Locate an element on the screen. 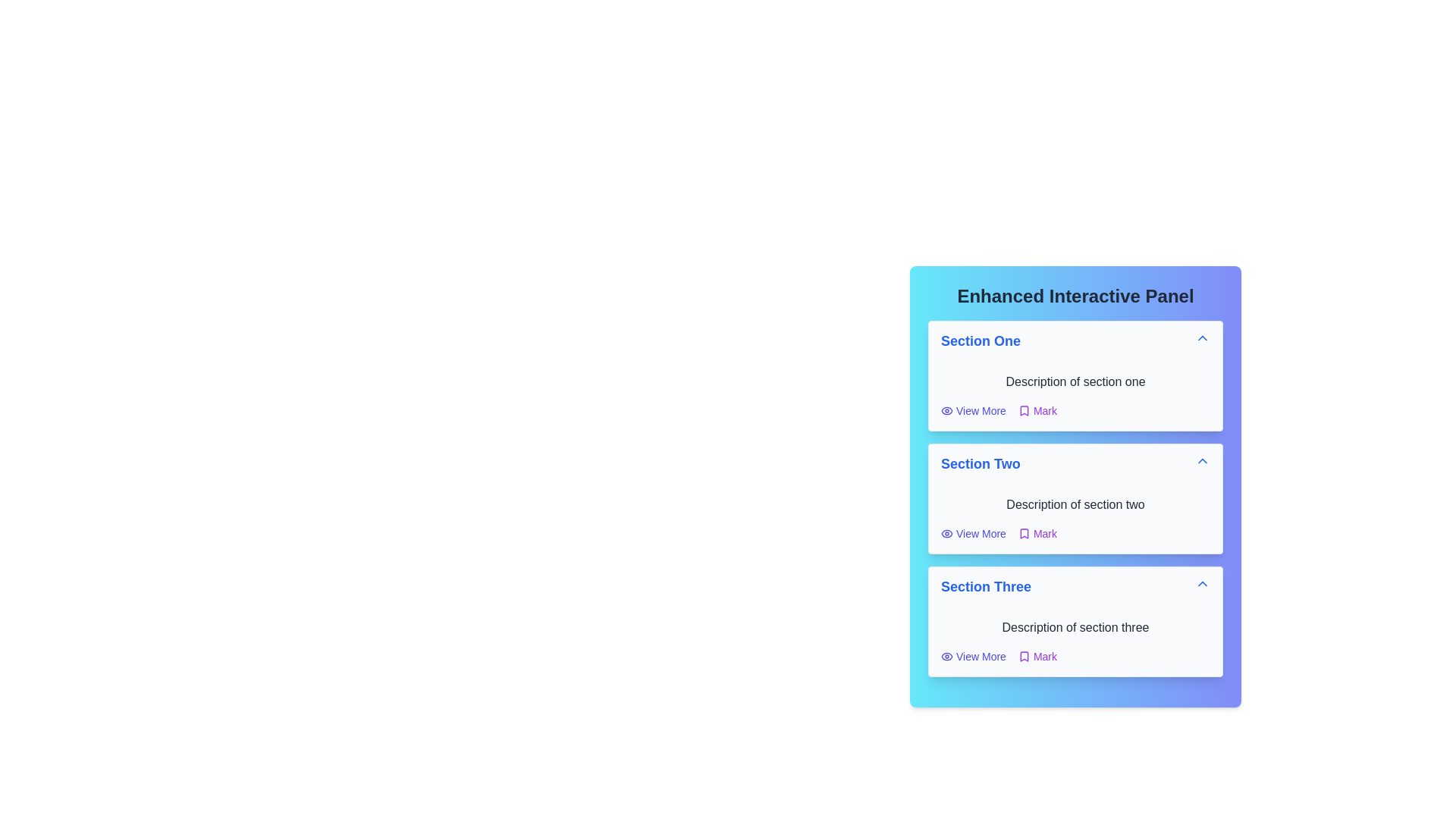 This screenshot has height=819, width=1456. the Chevron icon button located at the far right side of the header section labeled 'Section Two' is located at coordinates (1201, 460).